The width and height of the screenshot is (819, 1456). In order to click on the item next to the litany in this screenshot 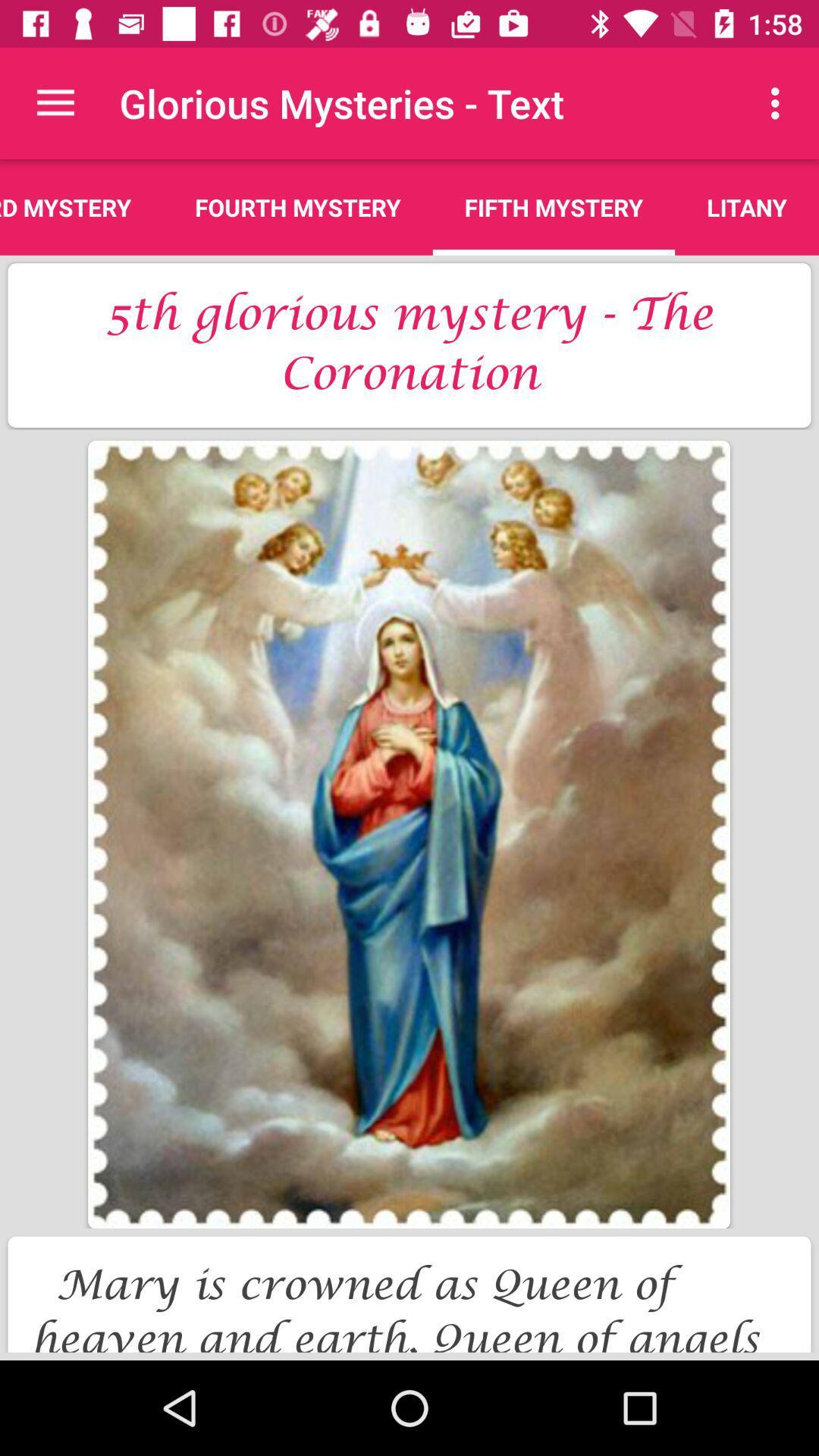, I will do `click(554, 206)`.